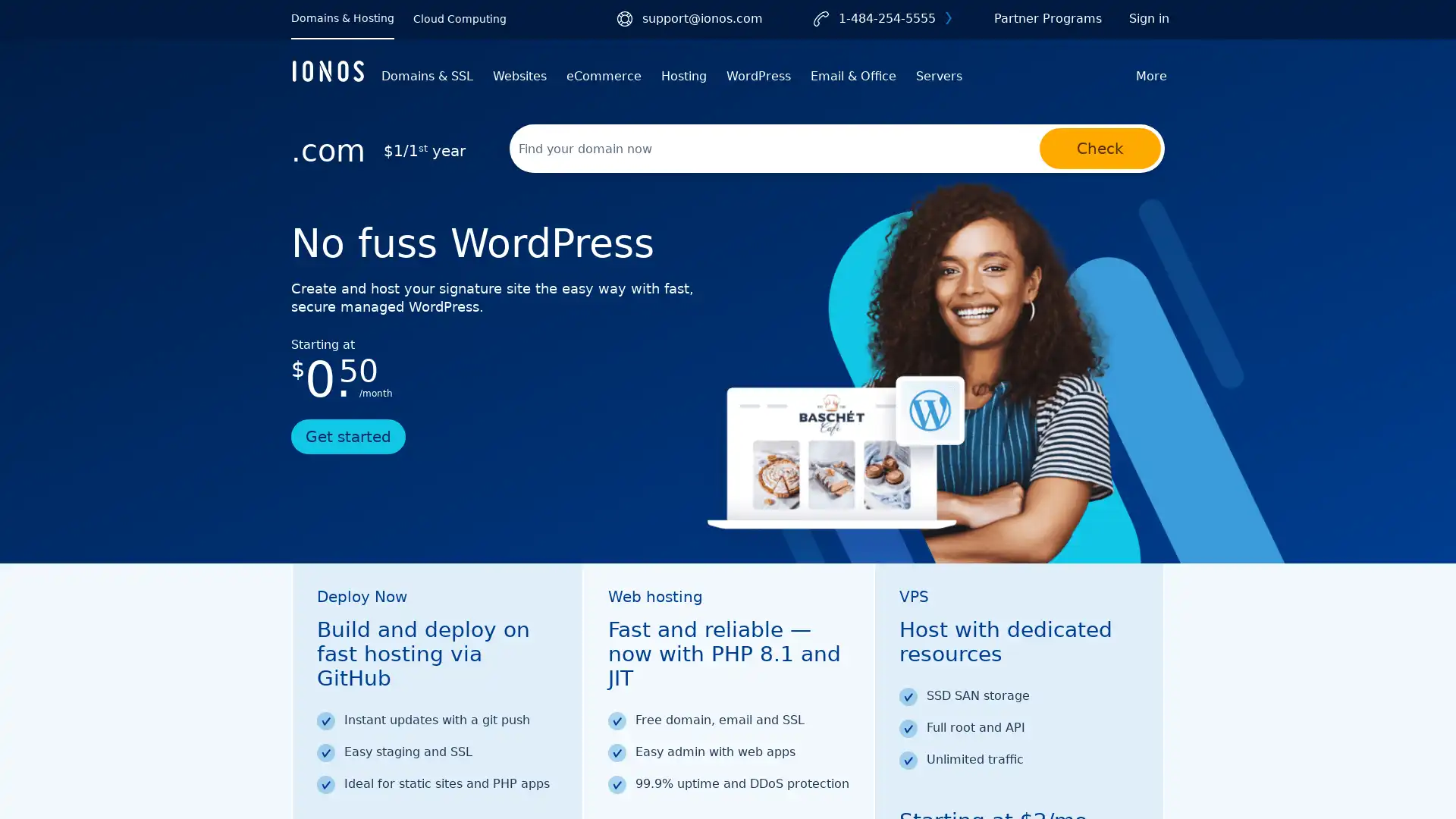  I want to click on WordPress, so click(758, 76).